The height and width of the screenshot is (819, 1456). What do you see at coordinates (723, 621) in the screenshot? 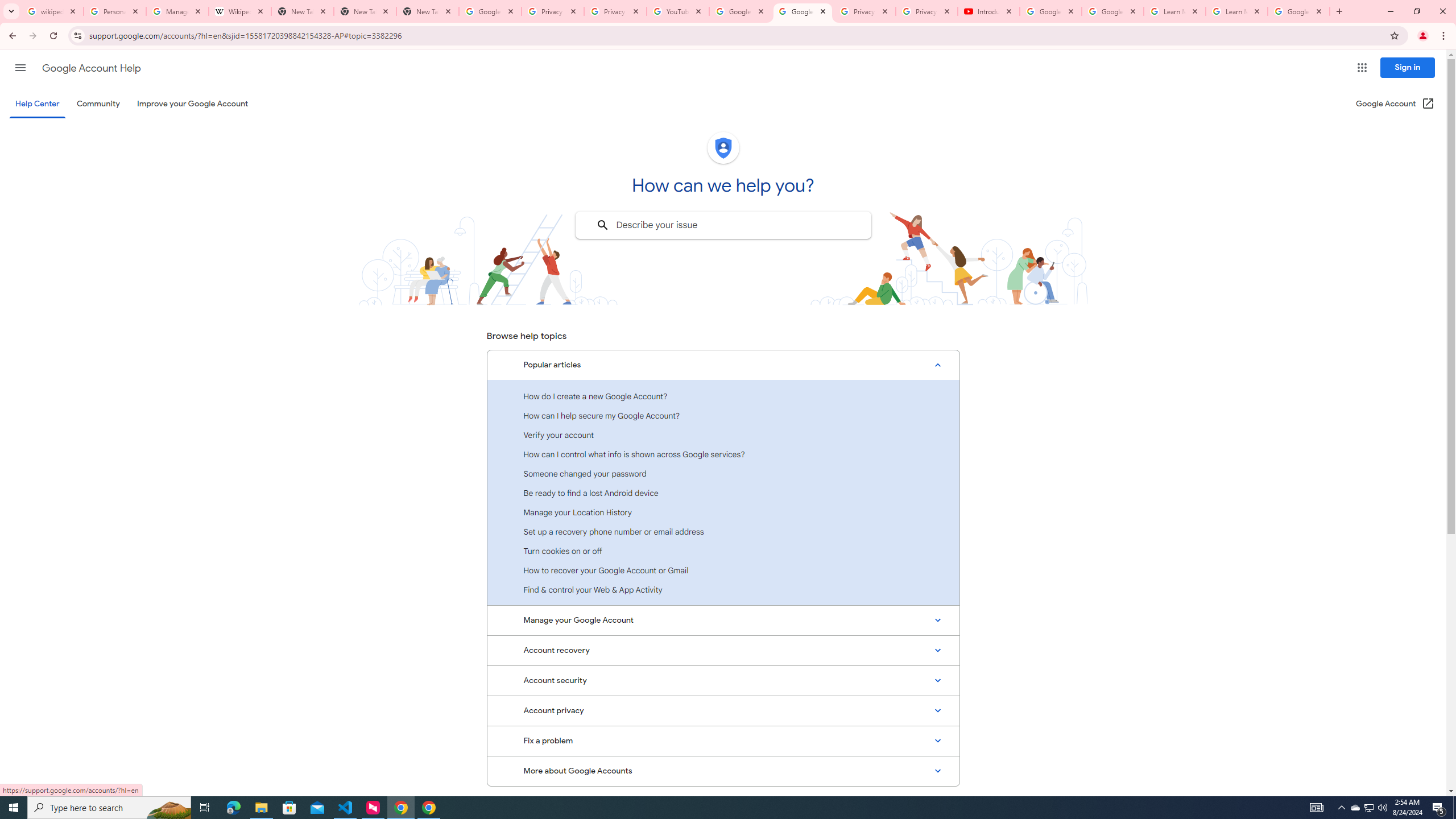
I see `'Manage your Google Account'` at bounding box center [723, 621].